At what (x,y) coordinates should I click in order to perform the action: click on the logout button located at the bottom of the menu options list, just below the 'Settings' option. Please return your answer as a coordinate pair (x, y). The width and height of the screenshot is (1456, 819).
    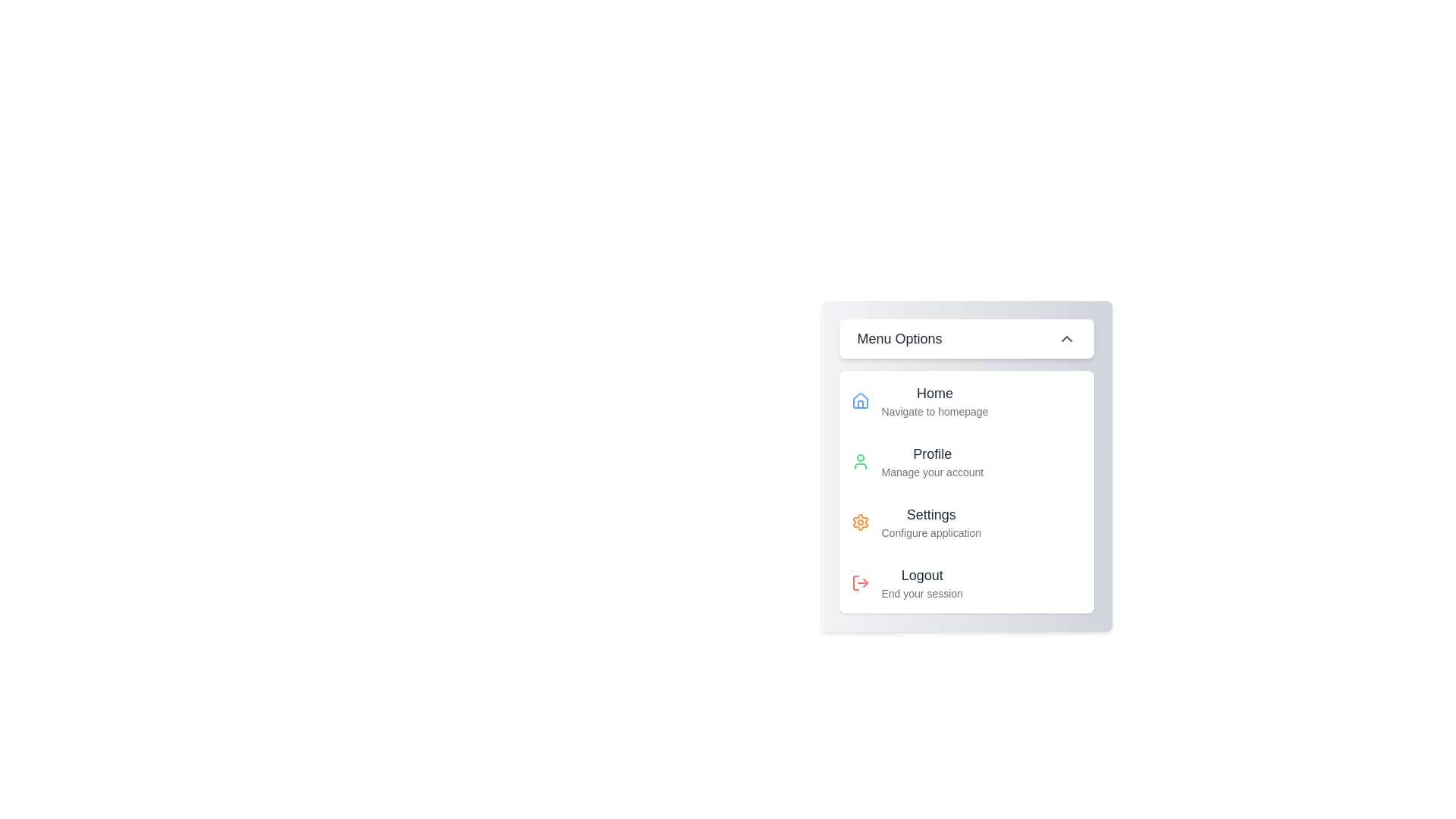
    Looking at the image, I should click on (965, 582).